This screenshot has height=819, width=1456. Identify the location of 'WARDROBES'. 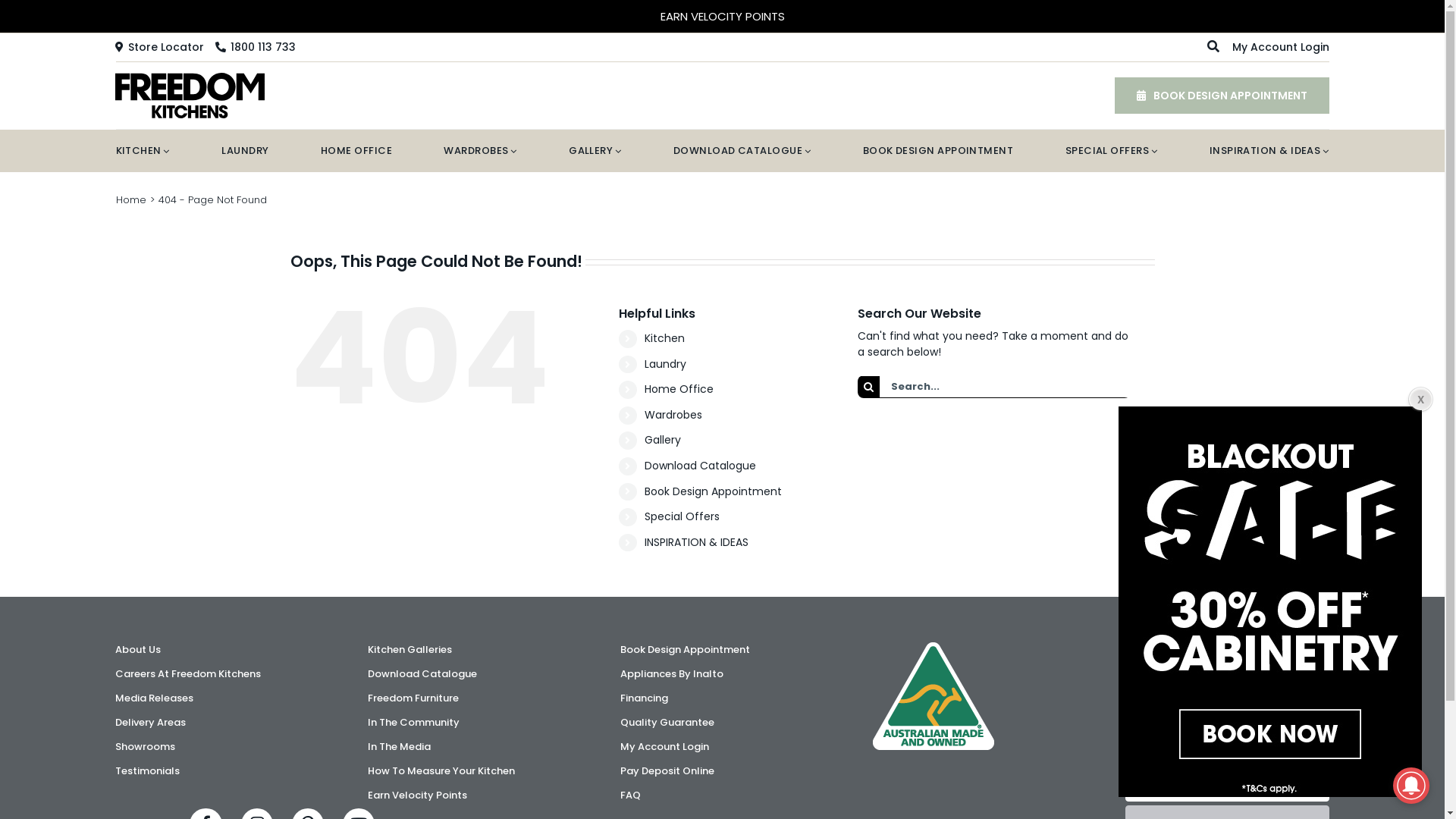
(479, 151).